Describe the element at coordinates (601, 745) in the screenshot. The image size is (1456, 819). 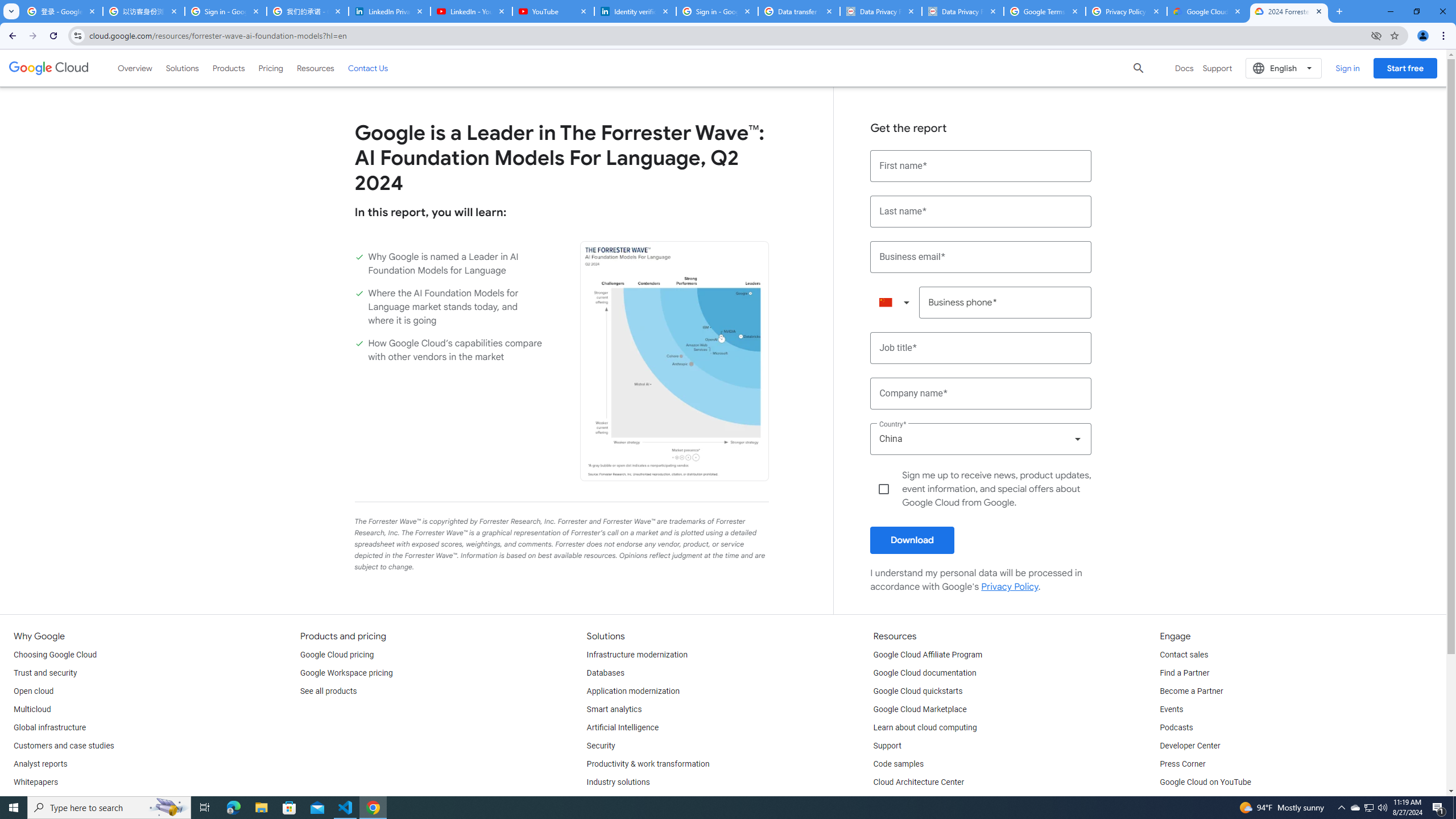
I see `'Security'` at that location.